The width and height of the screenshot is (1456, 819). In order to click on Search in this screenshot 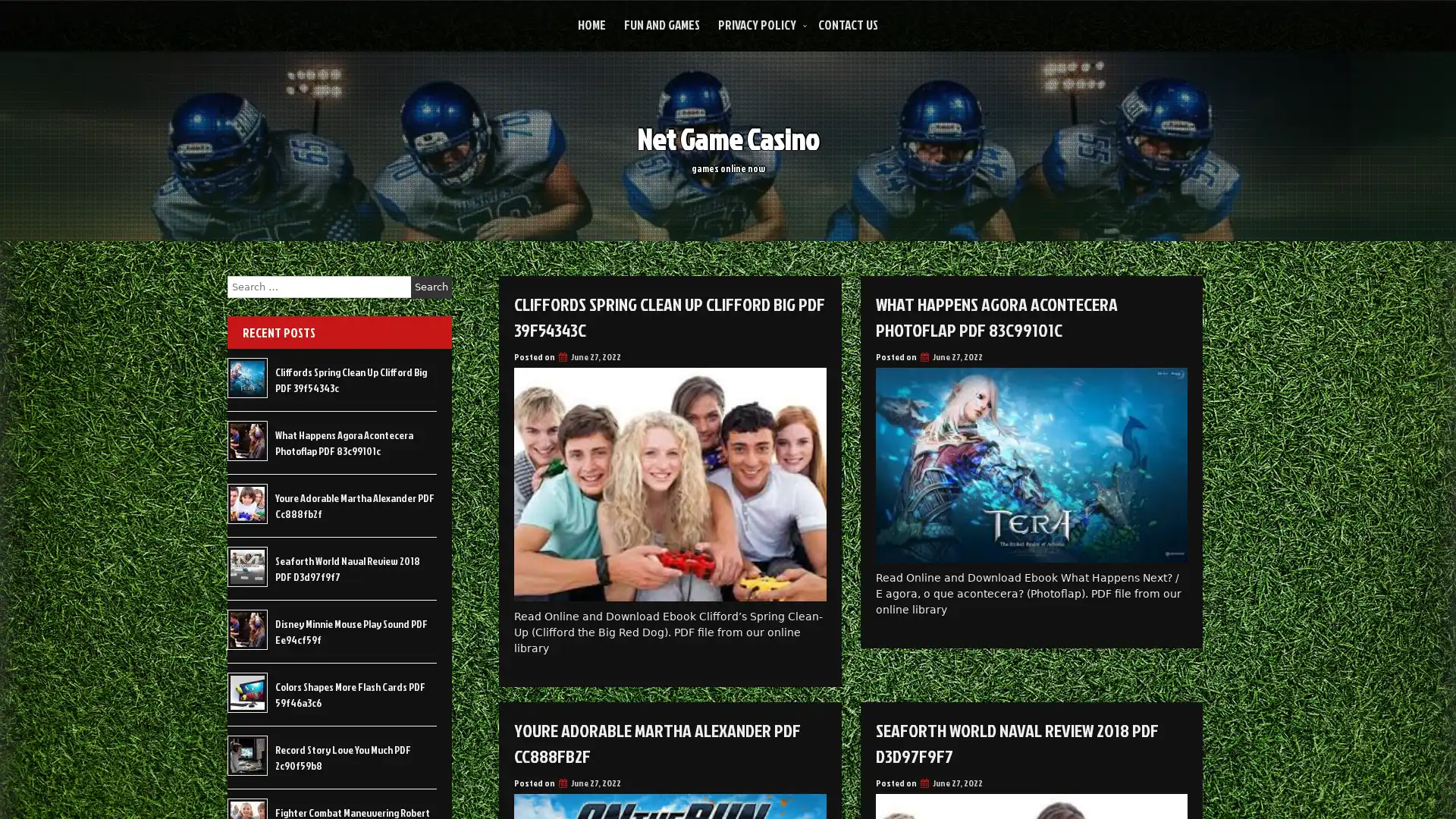, I will do `click(431, 287)`.